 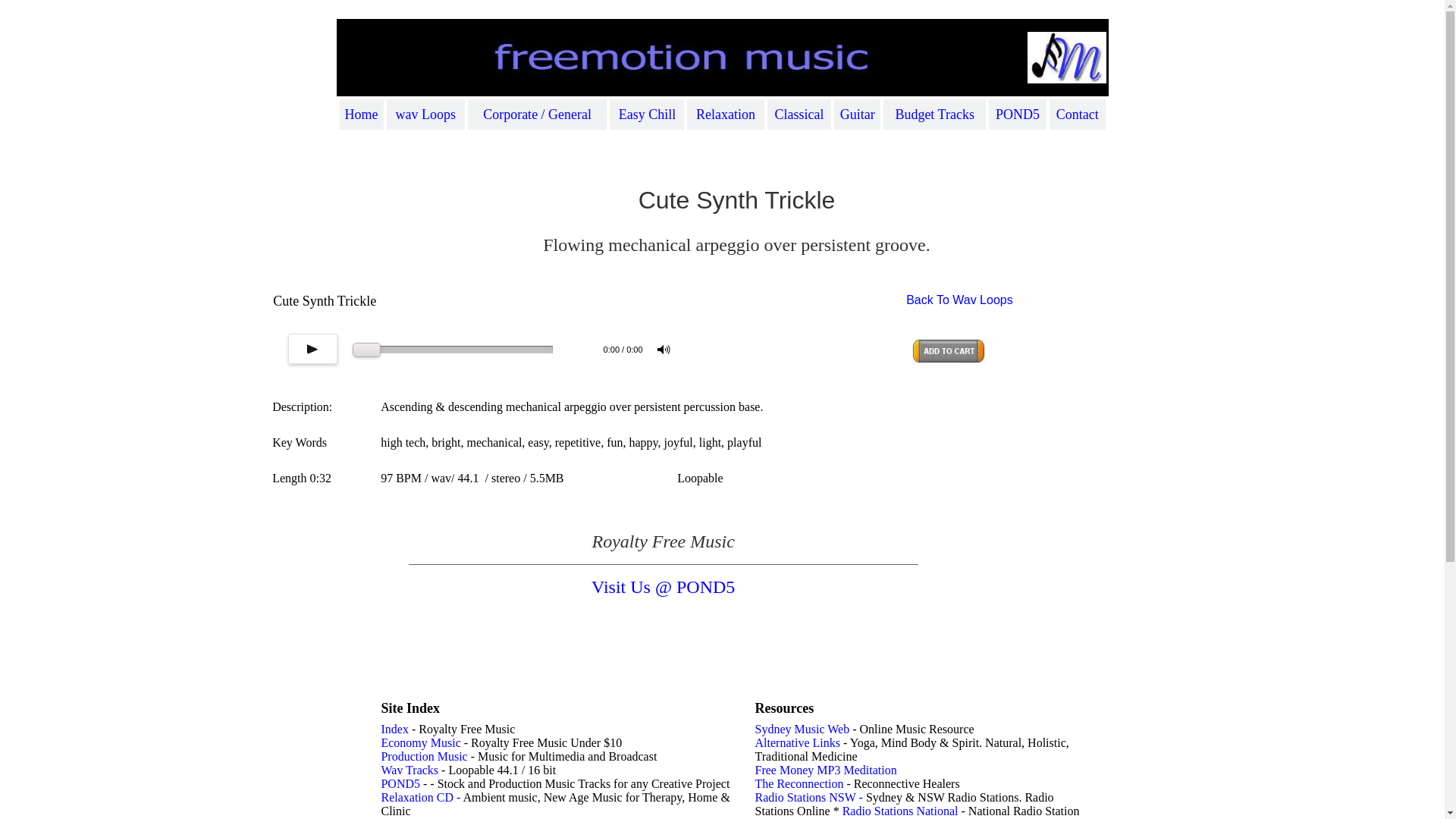 What do you see at coordinates (352, 350) in the screenshot?
I see `'scrub timeline'` at bounding box center [352, 350].